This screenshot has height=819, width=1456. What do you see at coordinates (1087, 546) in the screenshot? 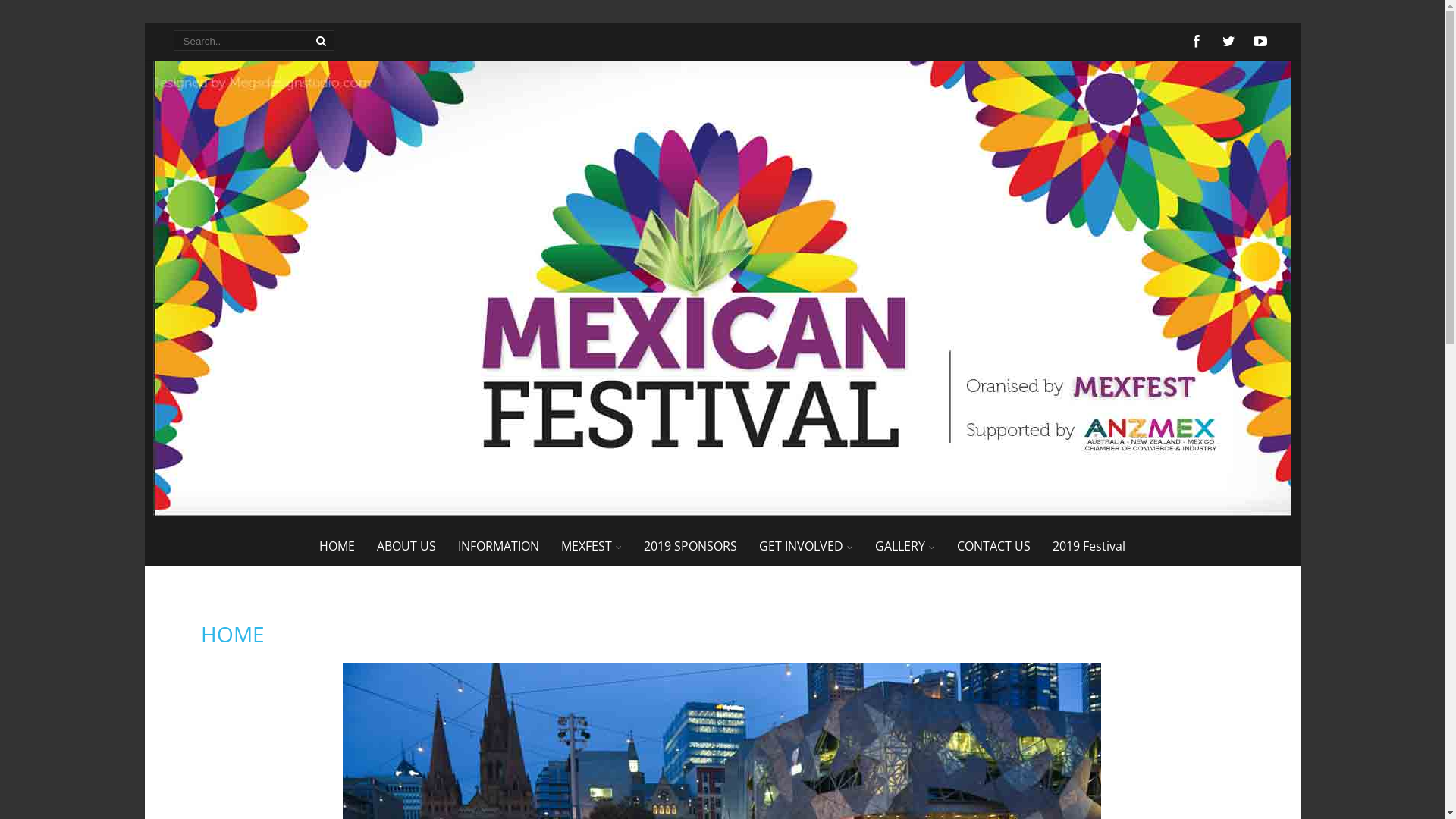
I see `'2019 Festival'` at bounding box center [1087, 546].